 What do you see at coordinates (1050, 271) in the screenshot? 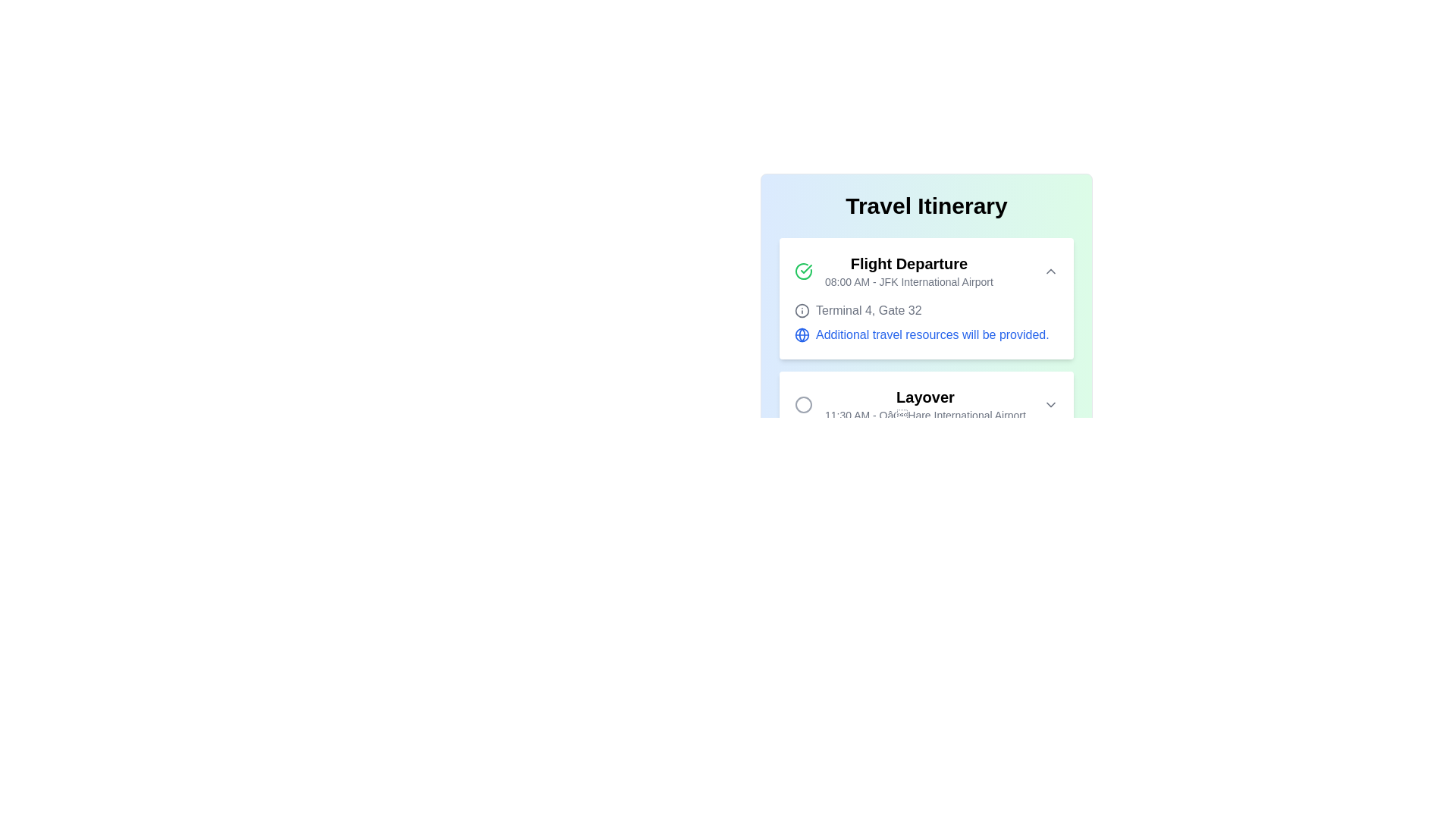
I see `the small upward-pointing chevron icon button next to the 'Flight Departure' text, which indicates expandable functionality` at bounding box center [1050, 271].